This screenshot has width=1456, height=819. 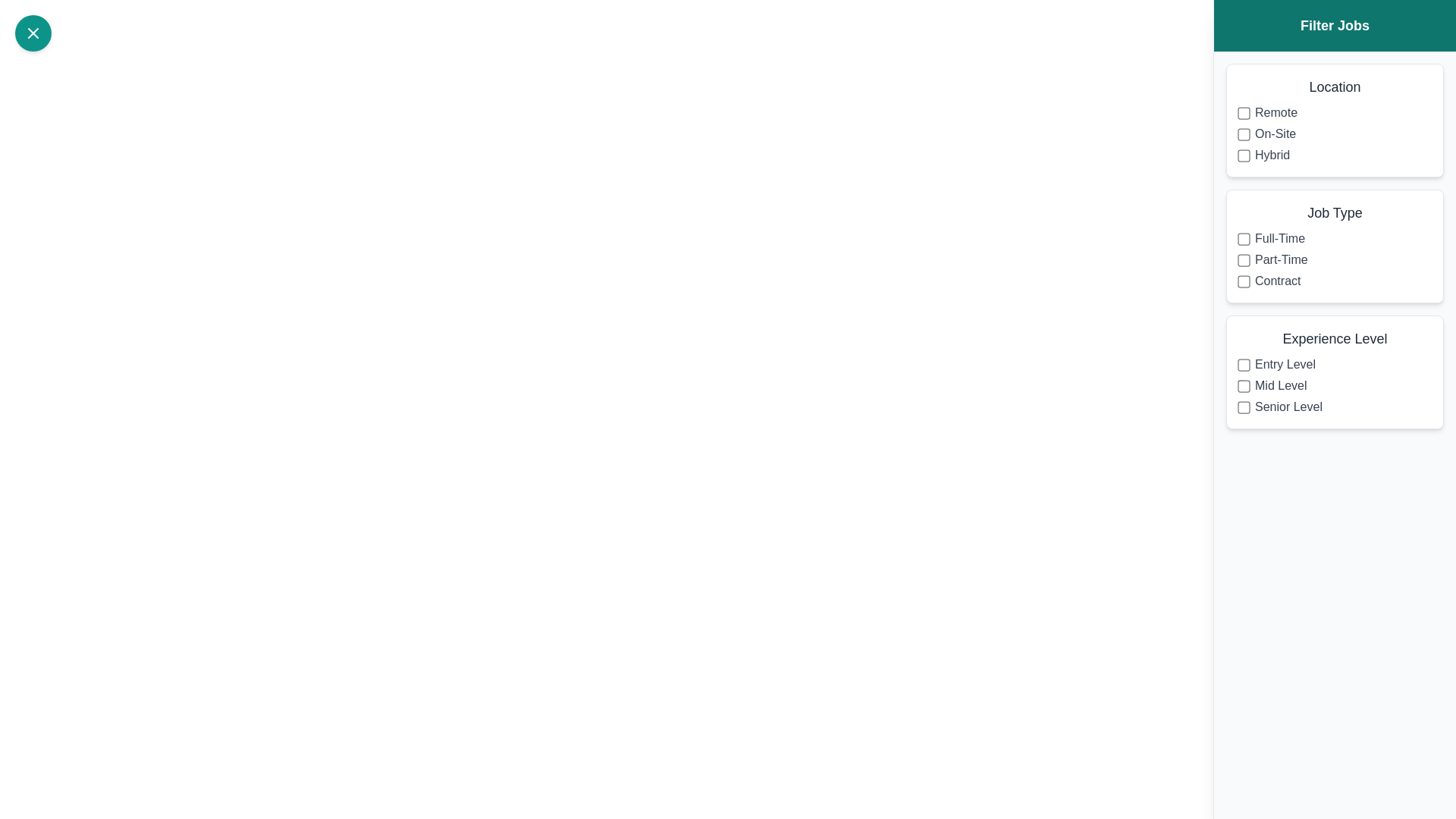 What do you see at coordinates (33, 33) in the screenshot?
I see `the toggle button at the top-left corner to toggle the drawer open or closed` at bounding box center [33, 33].